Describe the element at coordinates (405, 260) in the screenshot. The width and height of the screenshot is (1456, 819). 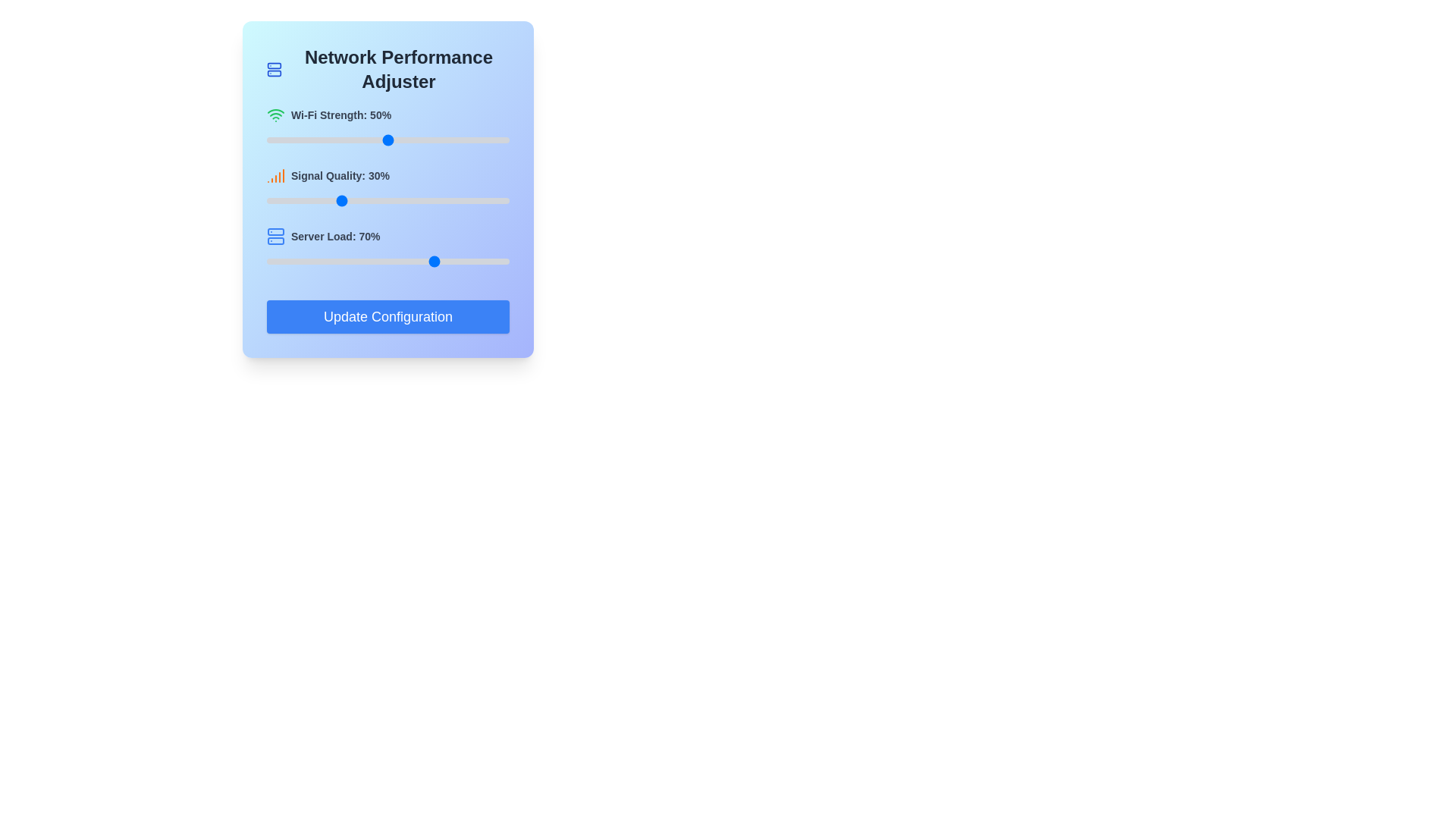
I see `the server load slider` at that location.